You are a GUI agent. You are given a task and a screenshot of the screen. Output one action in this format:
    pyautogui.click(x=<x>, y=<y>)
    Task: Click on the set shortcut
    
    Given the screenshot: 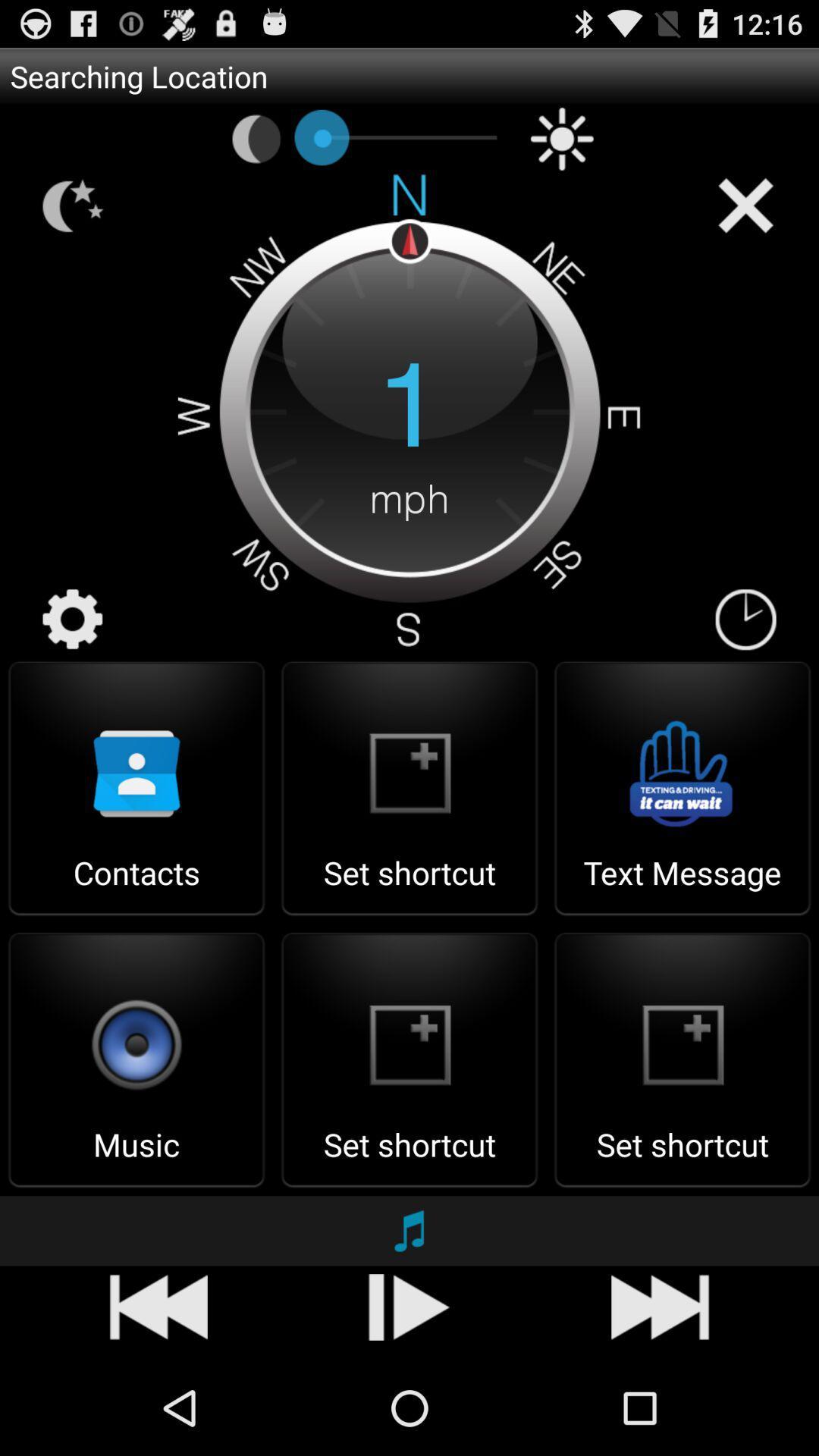 What is the action you would take?
    pyautogui.click(x=409, y=1159)
    